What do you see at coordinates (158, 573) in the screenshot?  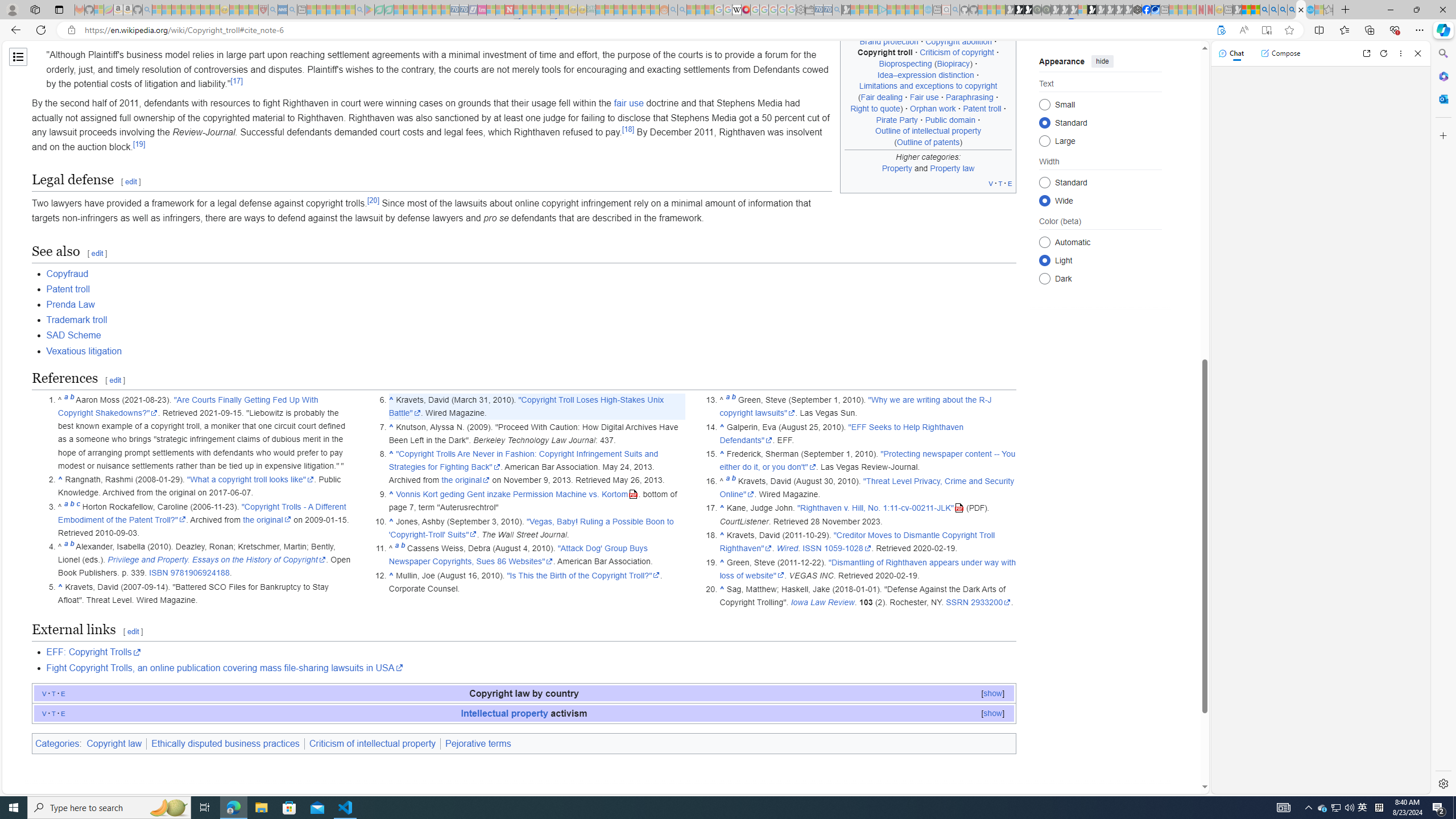 I see `'ISBN'` at bounding box center [158, 573].